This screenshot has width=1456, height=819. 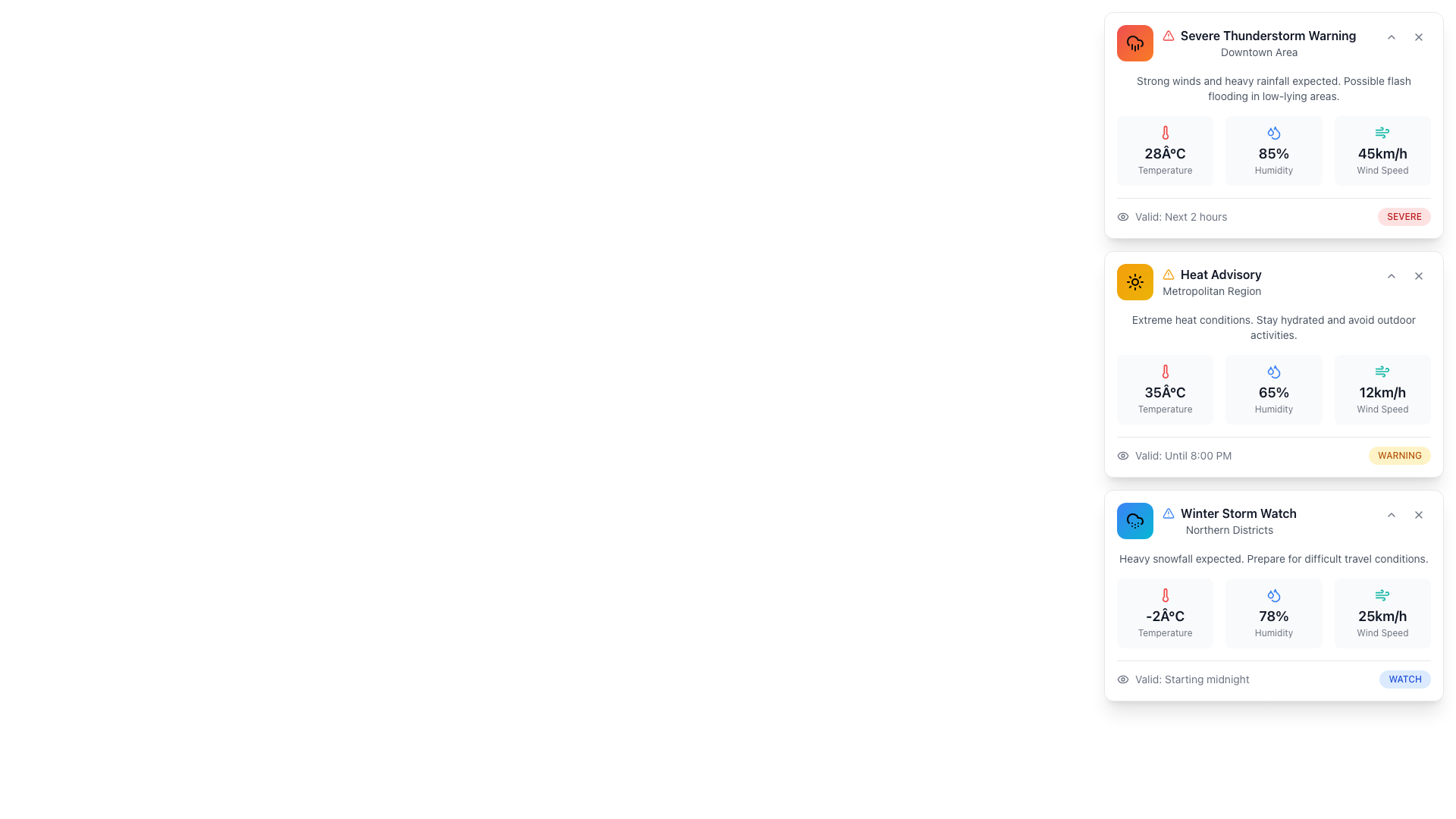 I want to click on the static text element displaying the wind speed value in the 'Wind Speed' section of the weather details card for 'Severe Thunderstorm Warning', so click(x=1382, y=154).